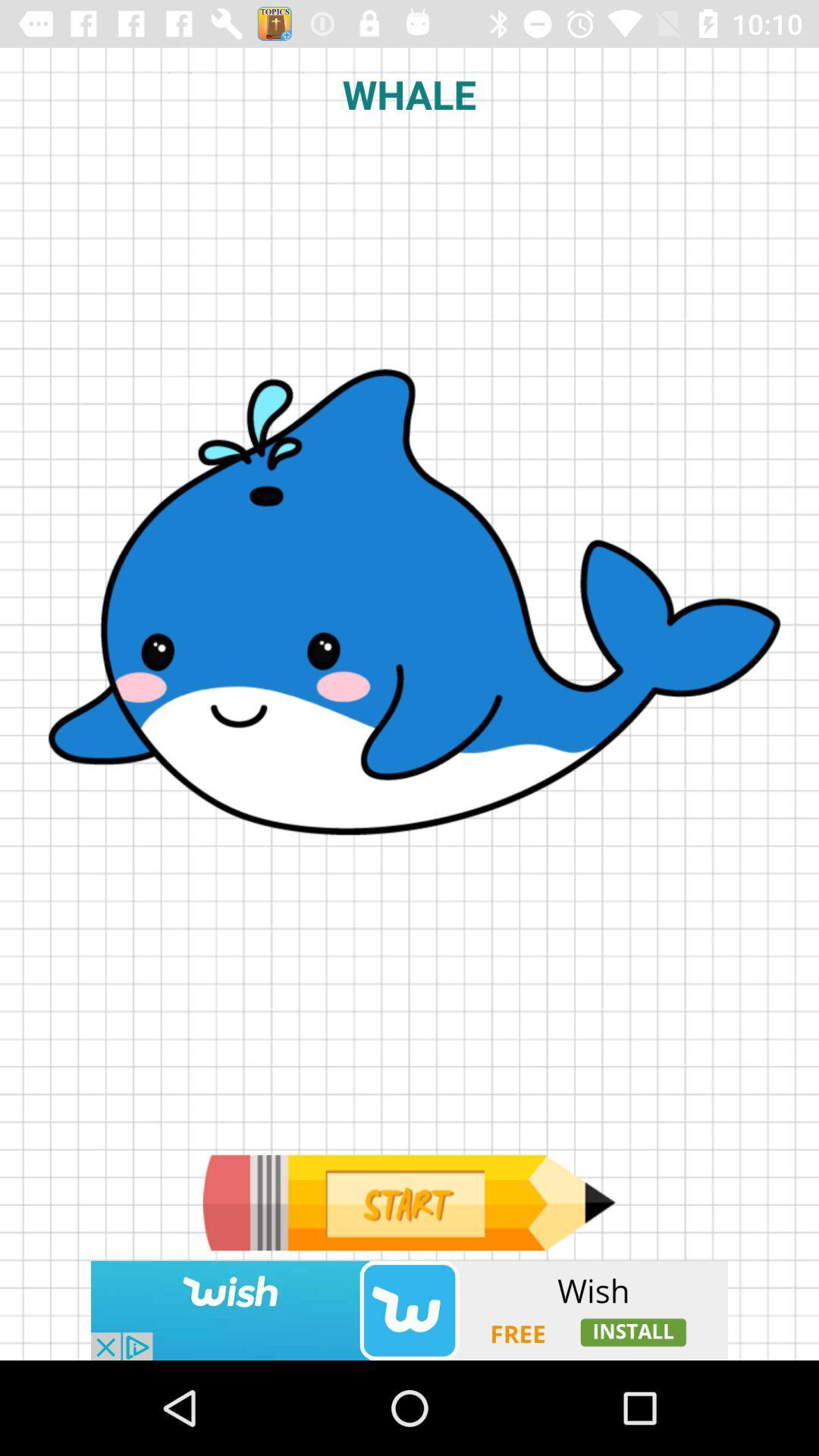  What do you see at coordinates (408, 1202) in the screenshot?
I see `start` at bounding box center [408, 1202].